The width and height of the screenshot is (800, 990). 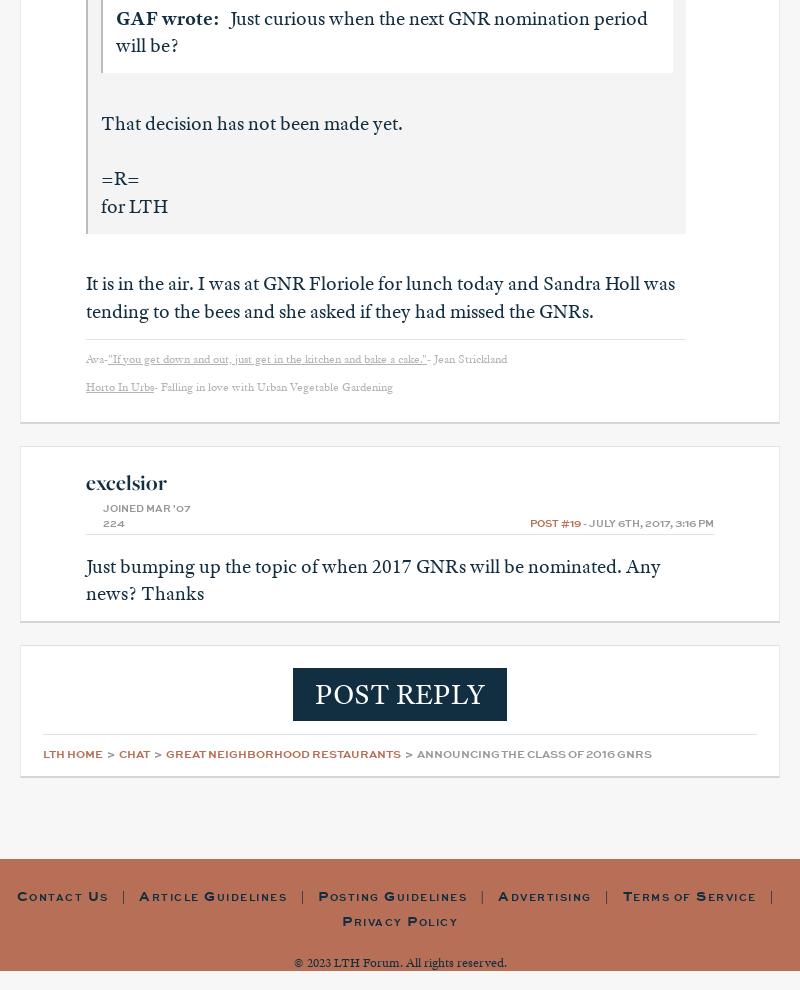 I want to click on 'Great Neighborhood Restaurants', so click(x=283, y=754).